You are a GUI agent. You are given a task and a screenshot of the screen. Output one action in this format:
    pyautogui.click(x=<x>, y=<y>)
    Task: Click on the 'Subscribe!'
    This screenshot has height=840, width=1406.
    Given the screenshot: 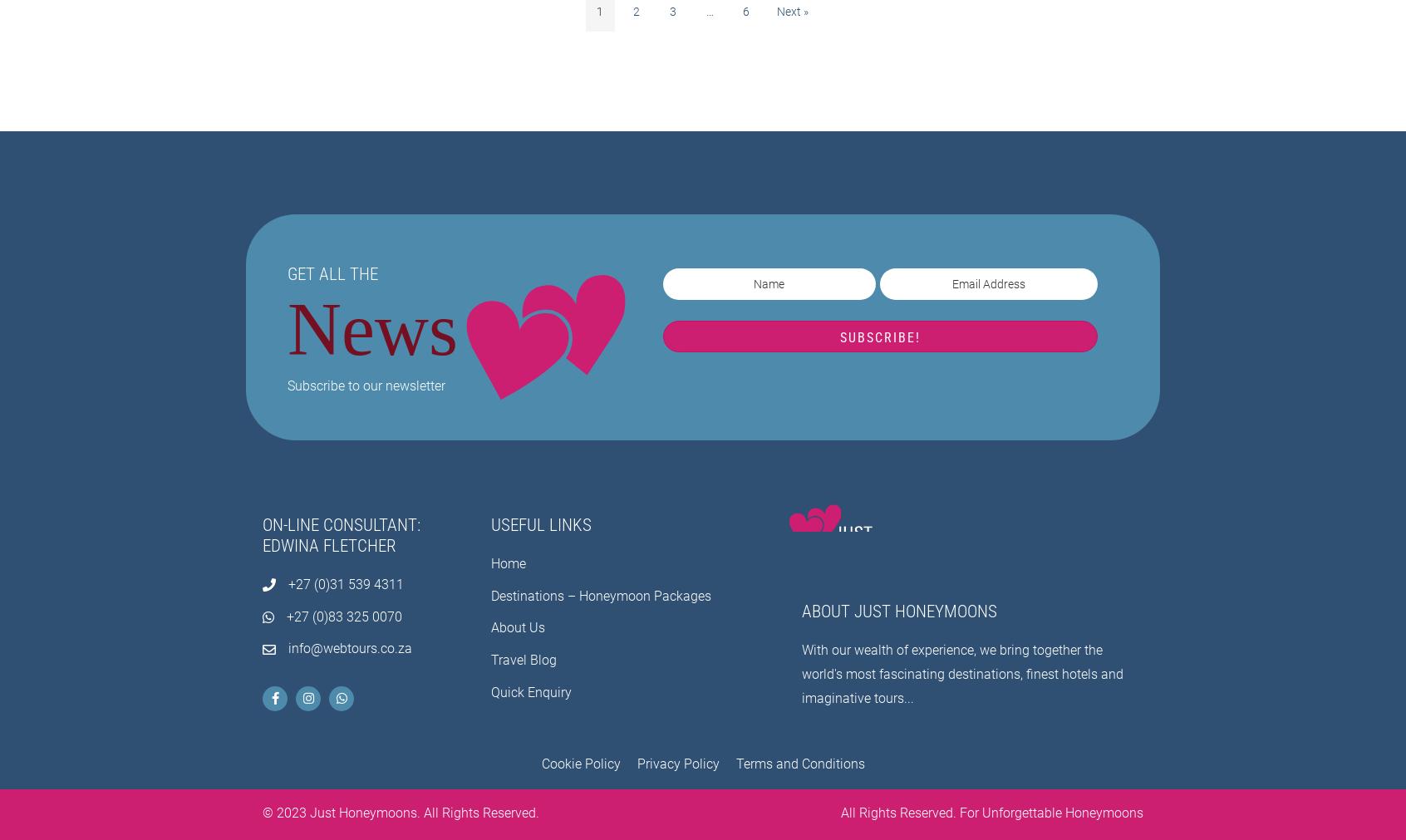 What is the action you would take?
    pyautogui.click(x=879, y=336)
    